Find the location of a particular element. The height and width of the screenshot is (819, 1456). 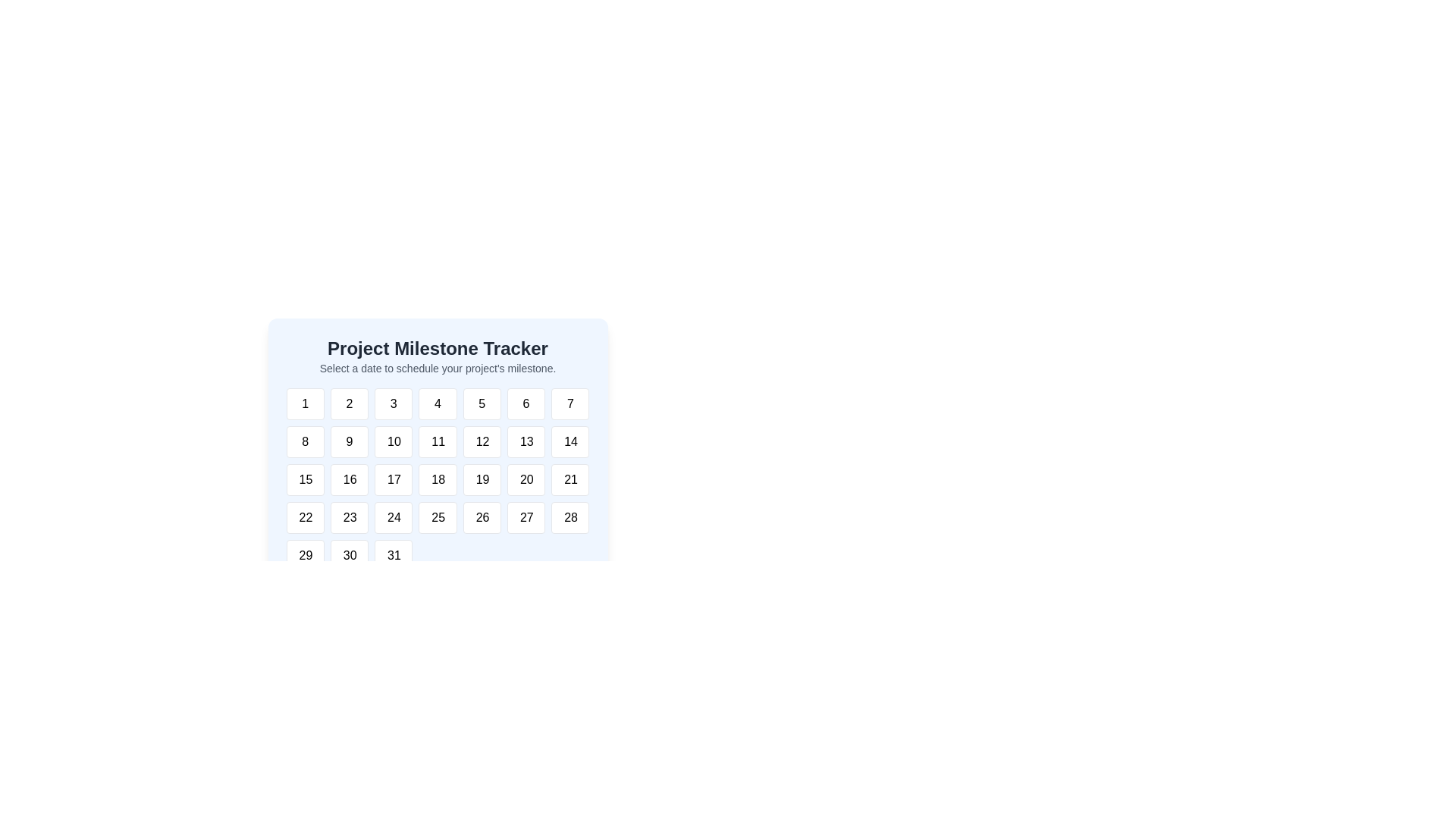

on the calendar date block displaying '13', located in the second row and sixth column of the date-picker grid is located at coordinates (526, 441).